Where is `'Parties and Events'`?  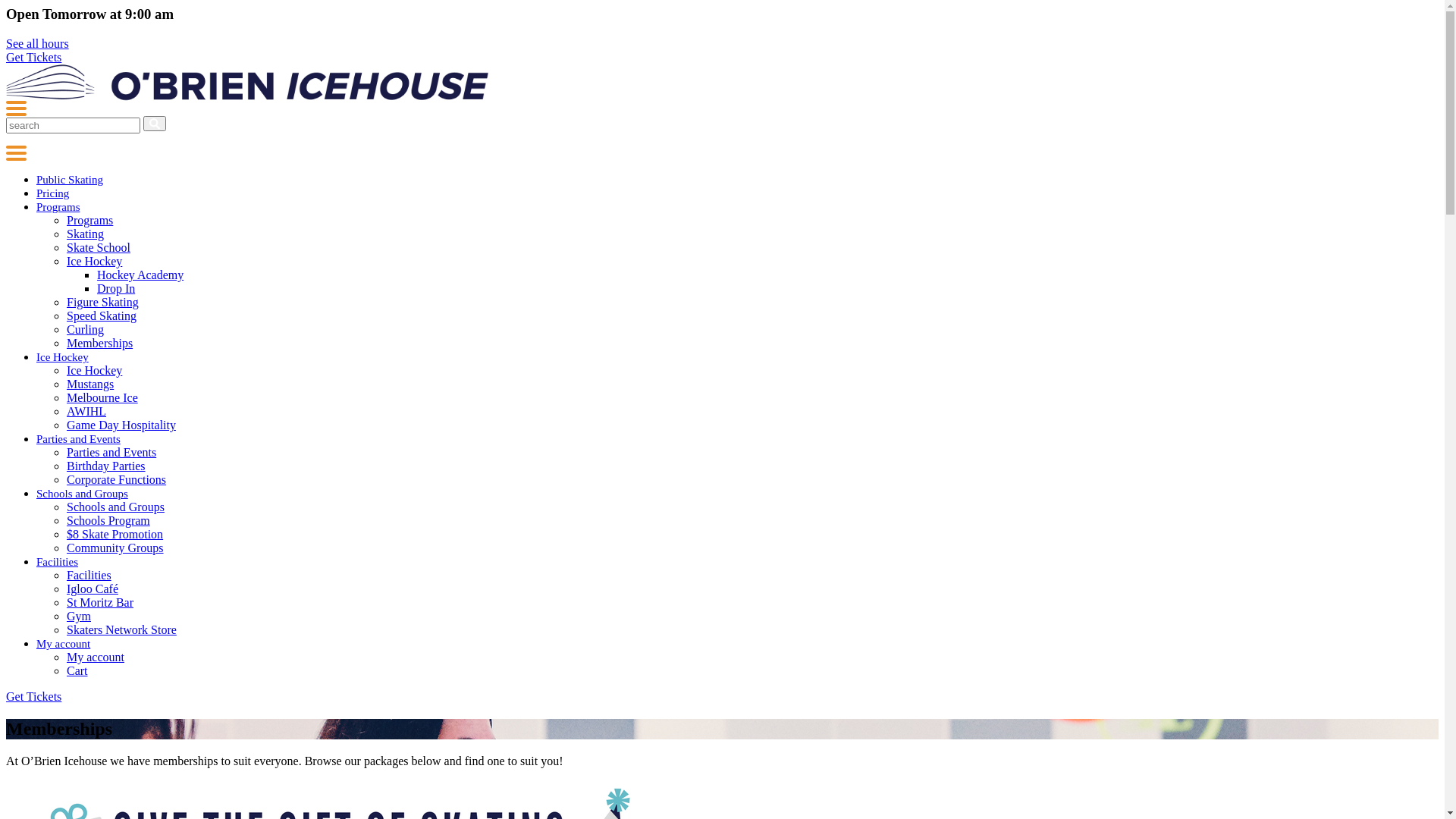 'Parties and Events' is located at coordinates (77, 438).